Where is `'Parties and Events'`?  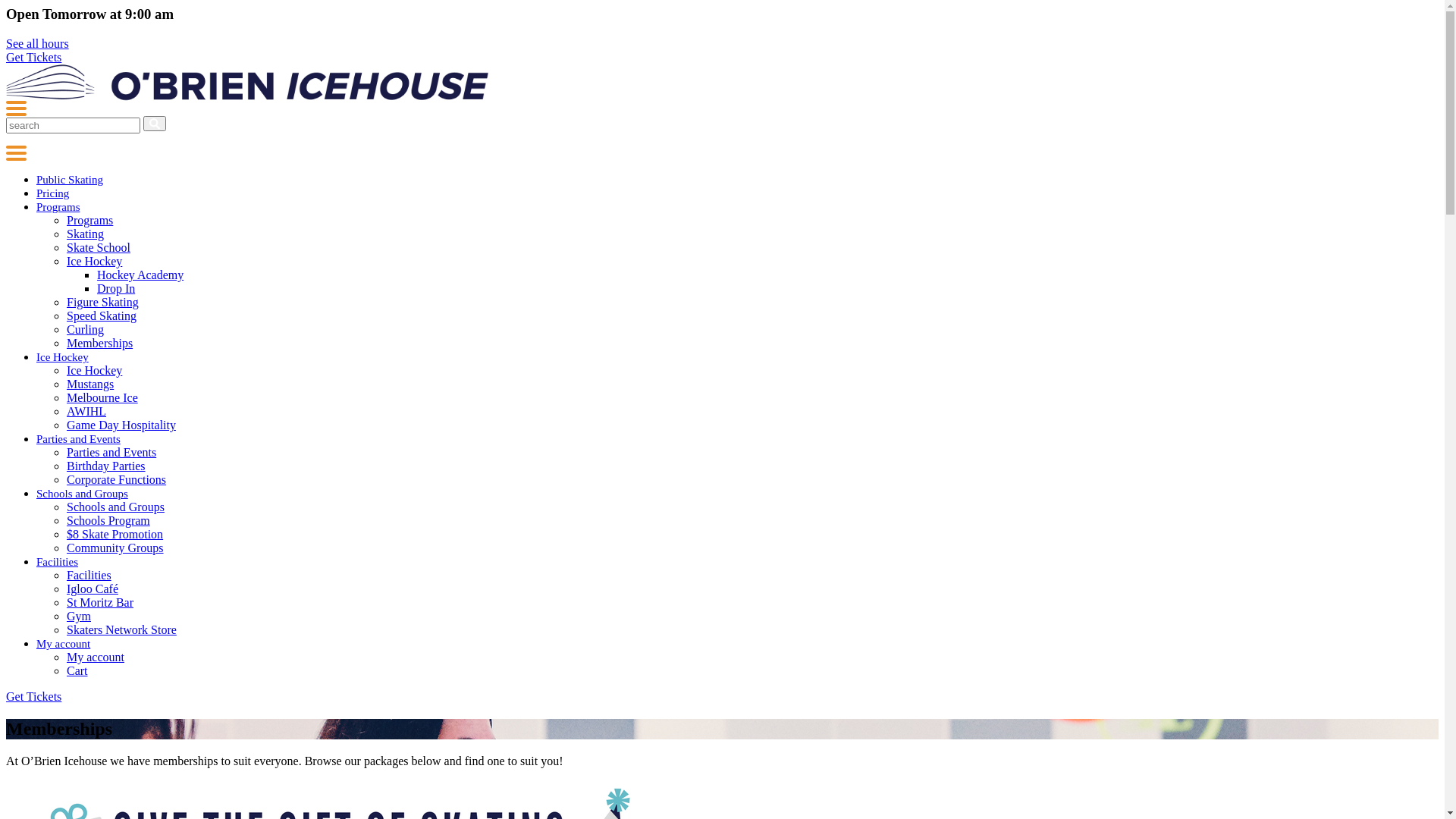 'Parties and Events' is located at coordinates (77, 438).